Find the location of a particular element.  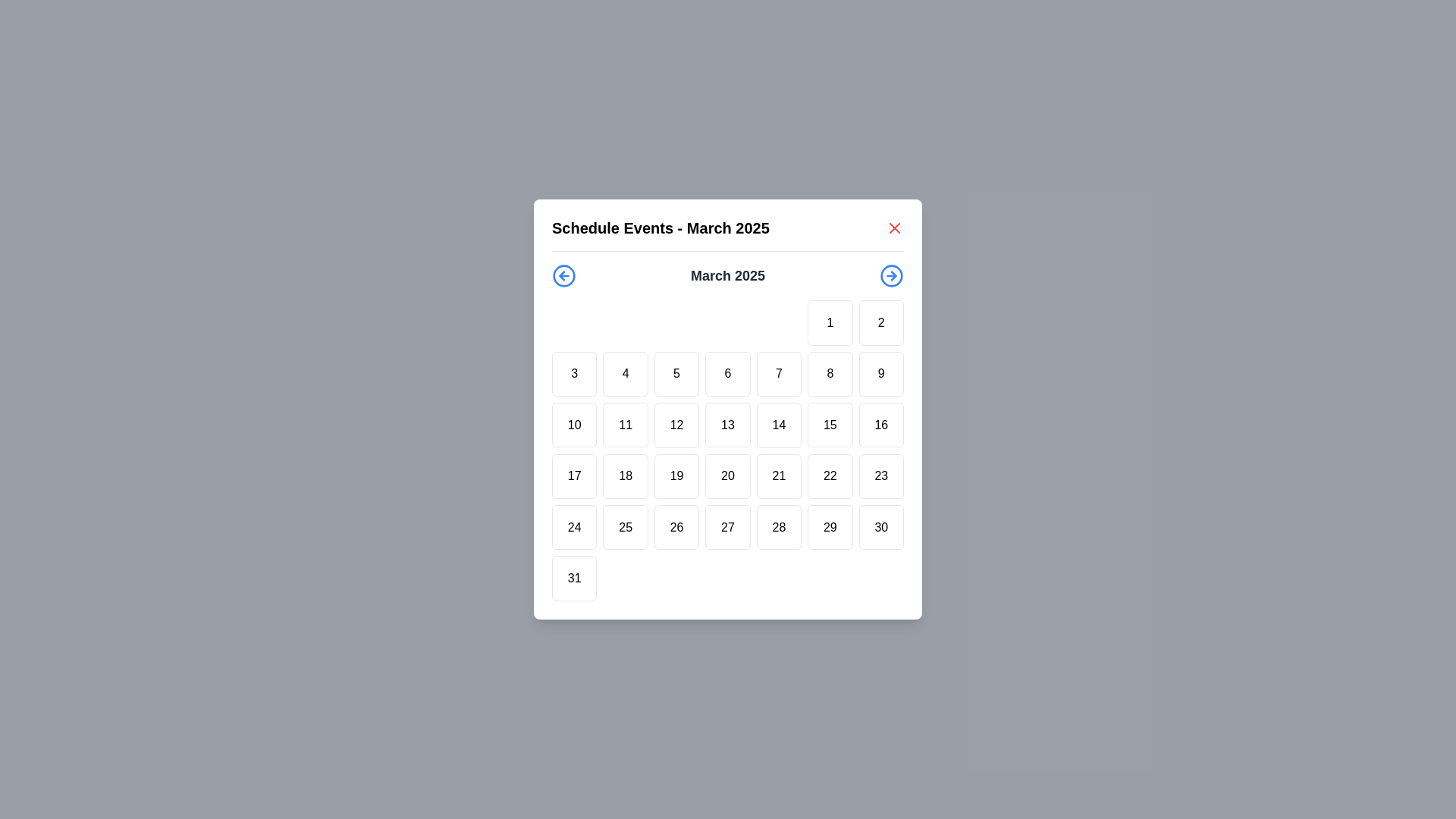

a date in the calendar grid within the 'Schedule Events - March 2025' modal is located at coordinates (728, 450).